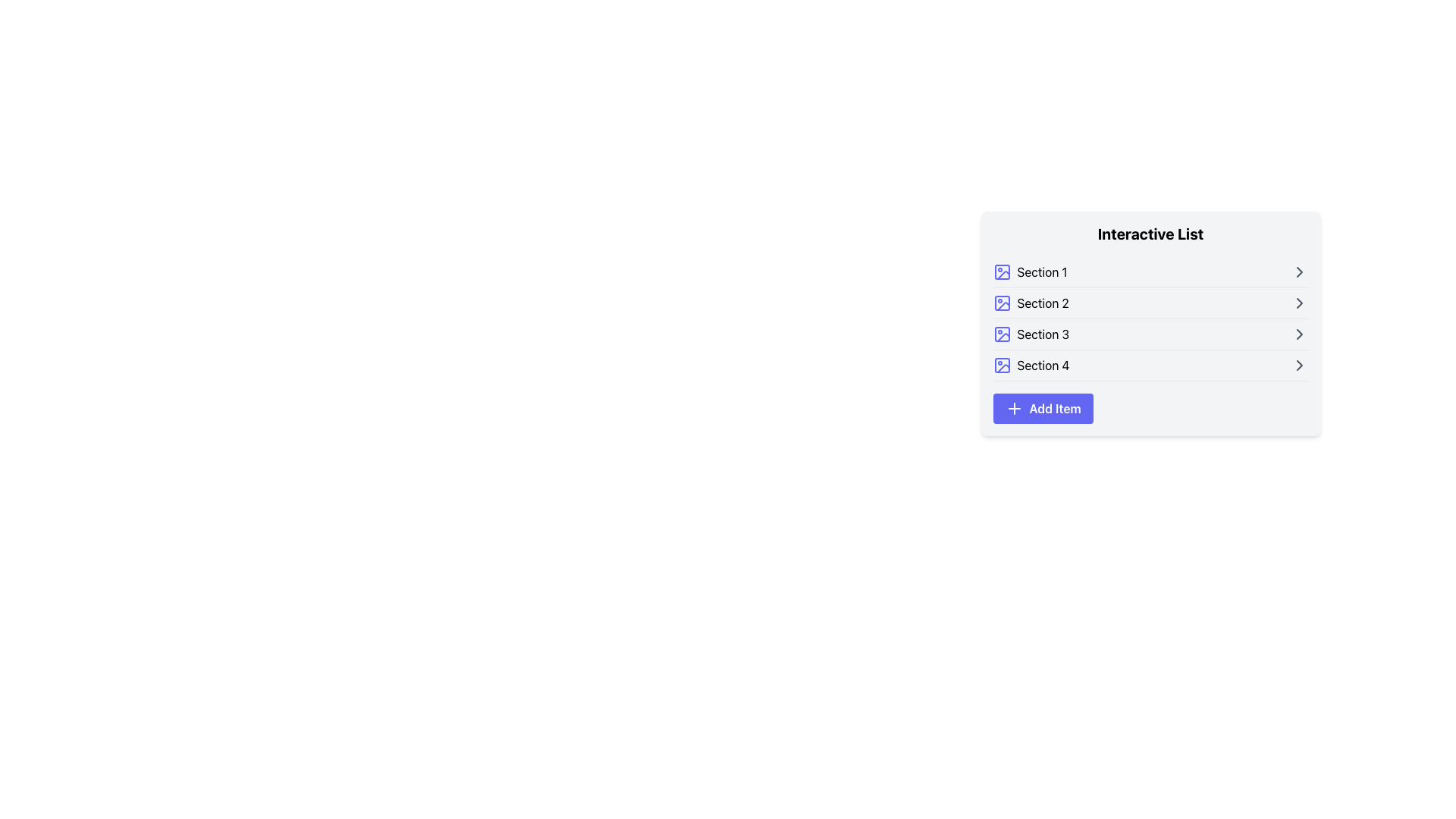 This screenshot has height=819, width=1456. Describe the element at coordinates (1042, 333) in the screenshot. I see `the text label 'Section 3'` at that location.